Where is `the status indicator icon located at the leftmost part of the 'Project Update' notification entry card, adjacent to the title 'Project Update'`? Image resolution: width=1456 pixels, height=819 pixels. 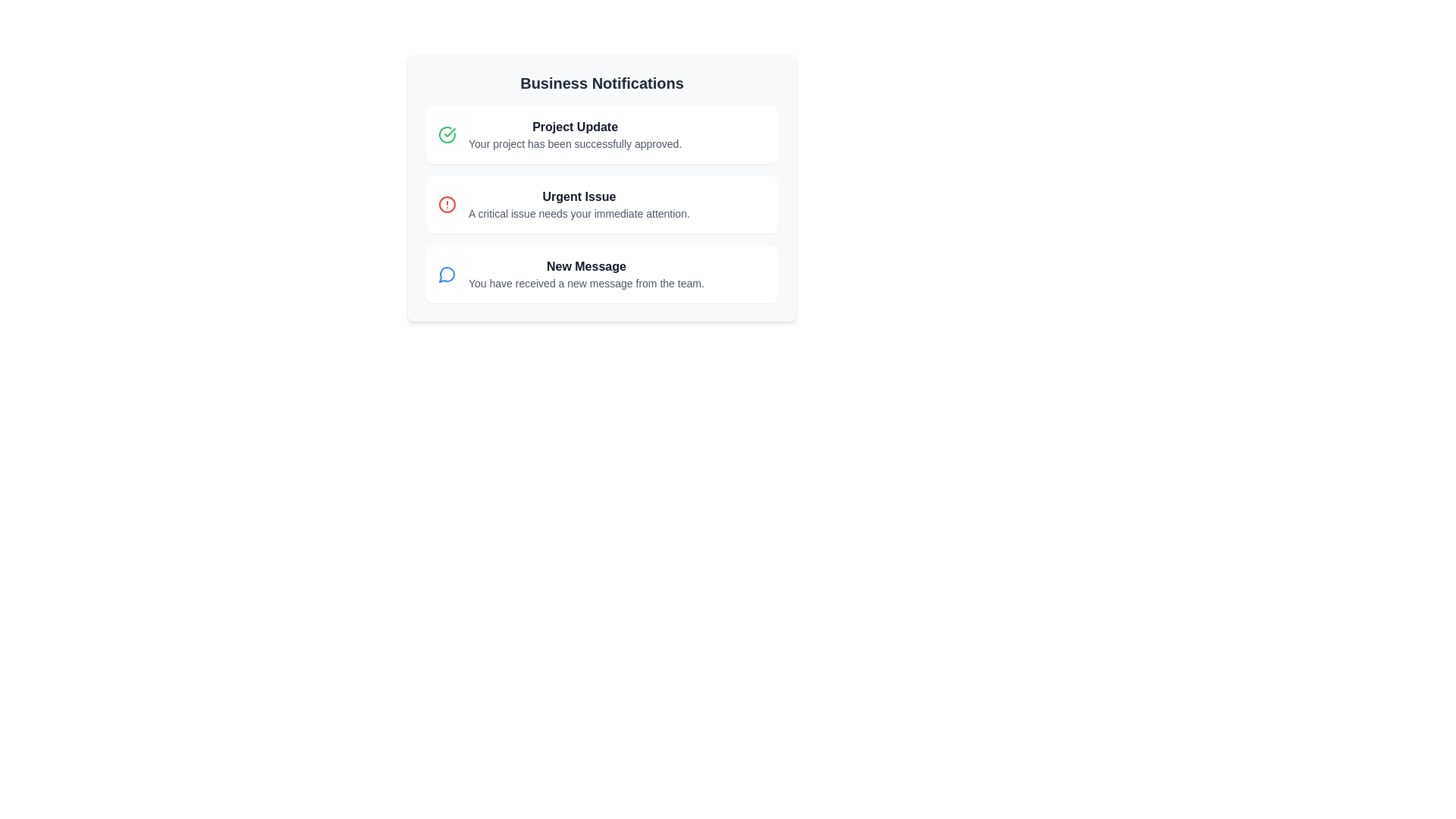
the status indicator icon located at the leftmost part of the 'Project Update' notification entry card, adjacent to the title 'Project Update' is located at coordinates (447, 133).